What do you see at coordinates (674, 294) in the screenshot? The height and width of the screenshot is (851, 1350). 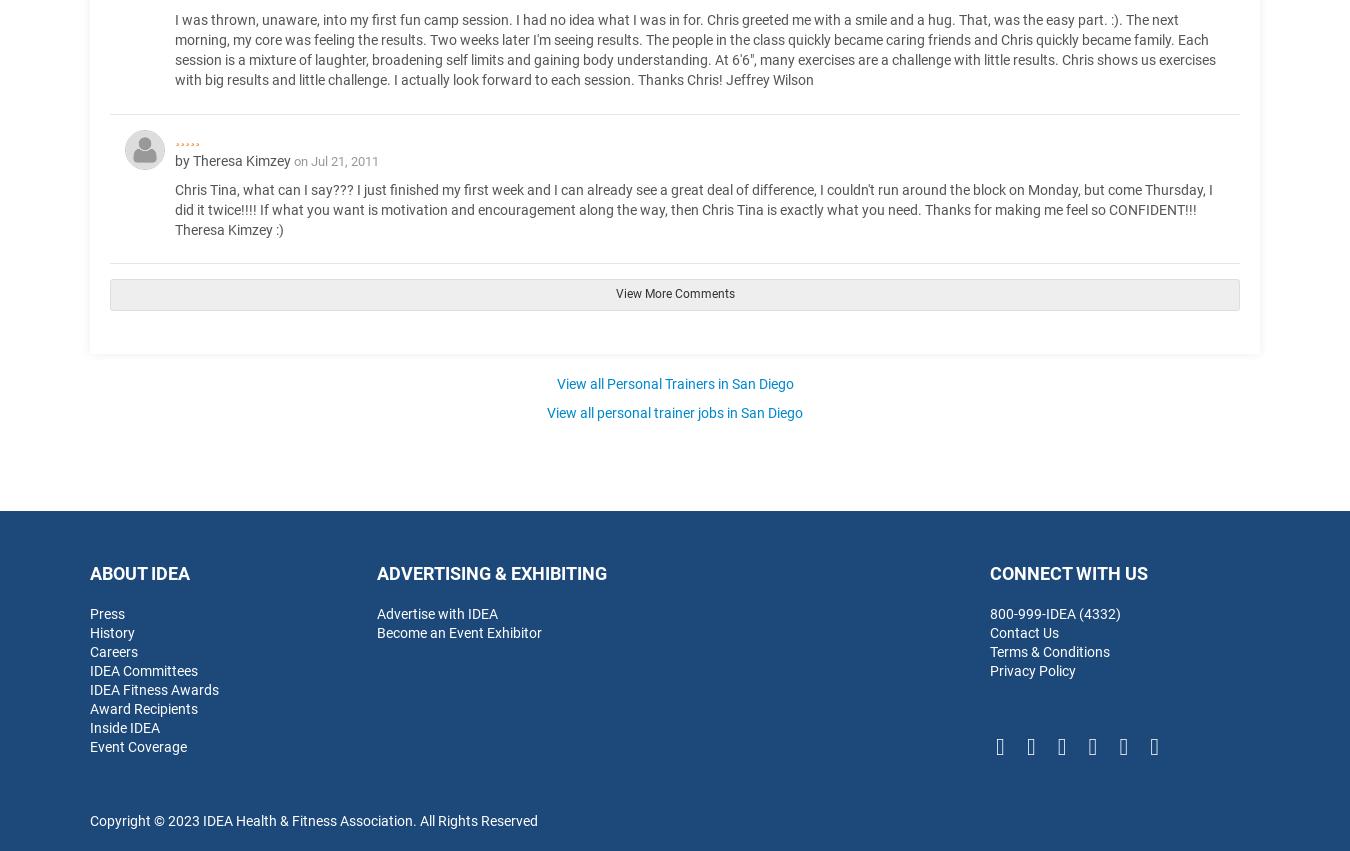 I see `'View More Comments'` at bounding box center [674, 294].